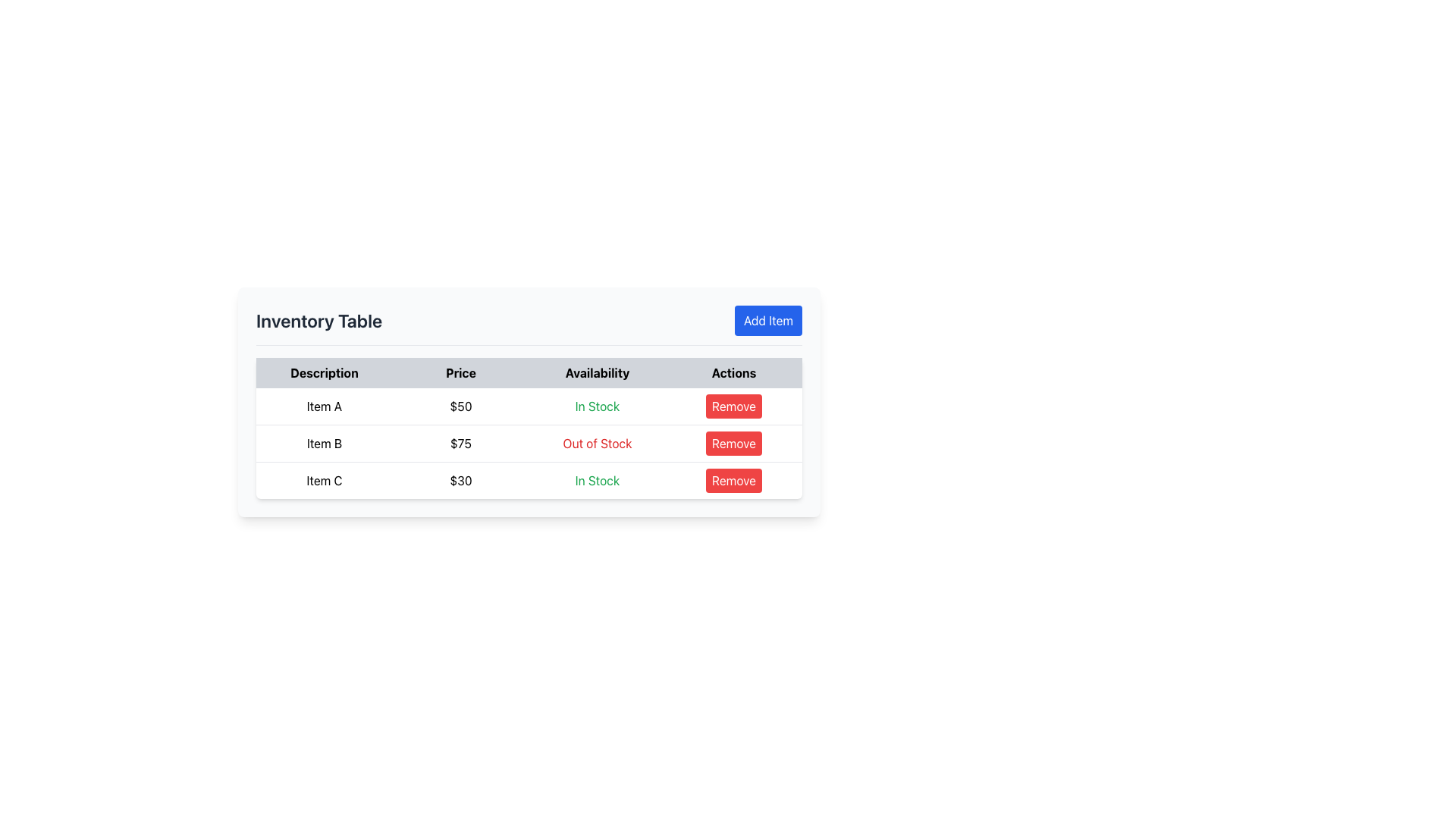  I want to click on the rectangular button labeled 'Remove' with a red background located in the 'Actions' column of the last row for 'Item C', so click(734, 479).